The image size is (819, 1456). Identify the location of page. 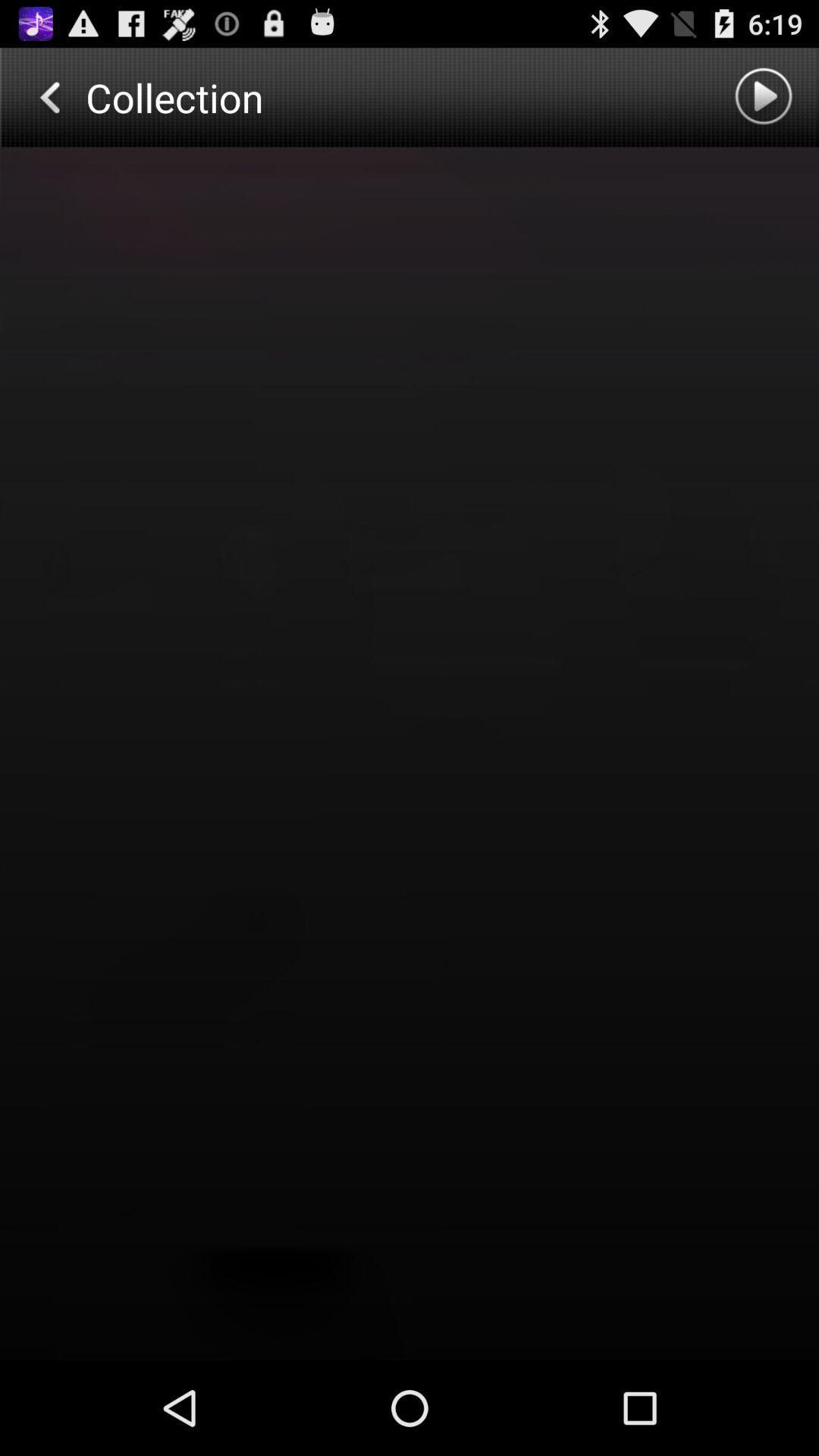
(409, 754).